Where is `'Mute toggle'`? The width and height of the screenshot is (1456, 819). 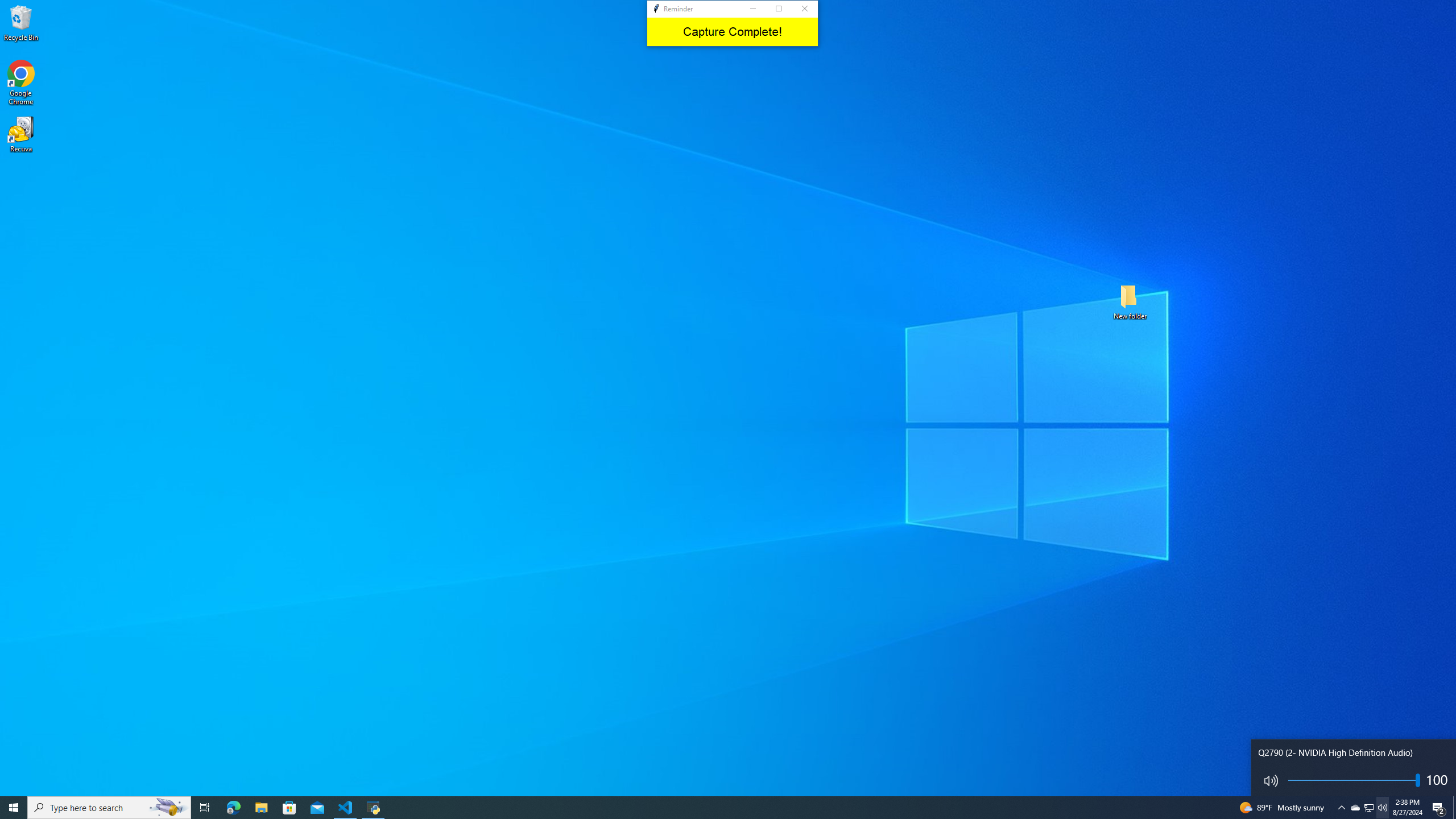 'Mute toggle' is located at coordinates (1268, 780).